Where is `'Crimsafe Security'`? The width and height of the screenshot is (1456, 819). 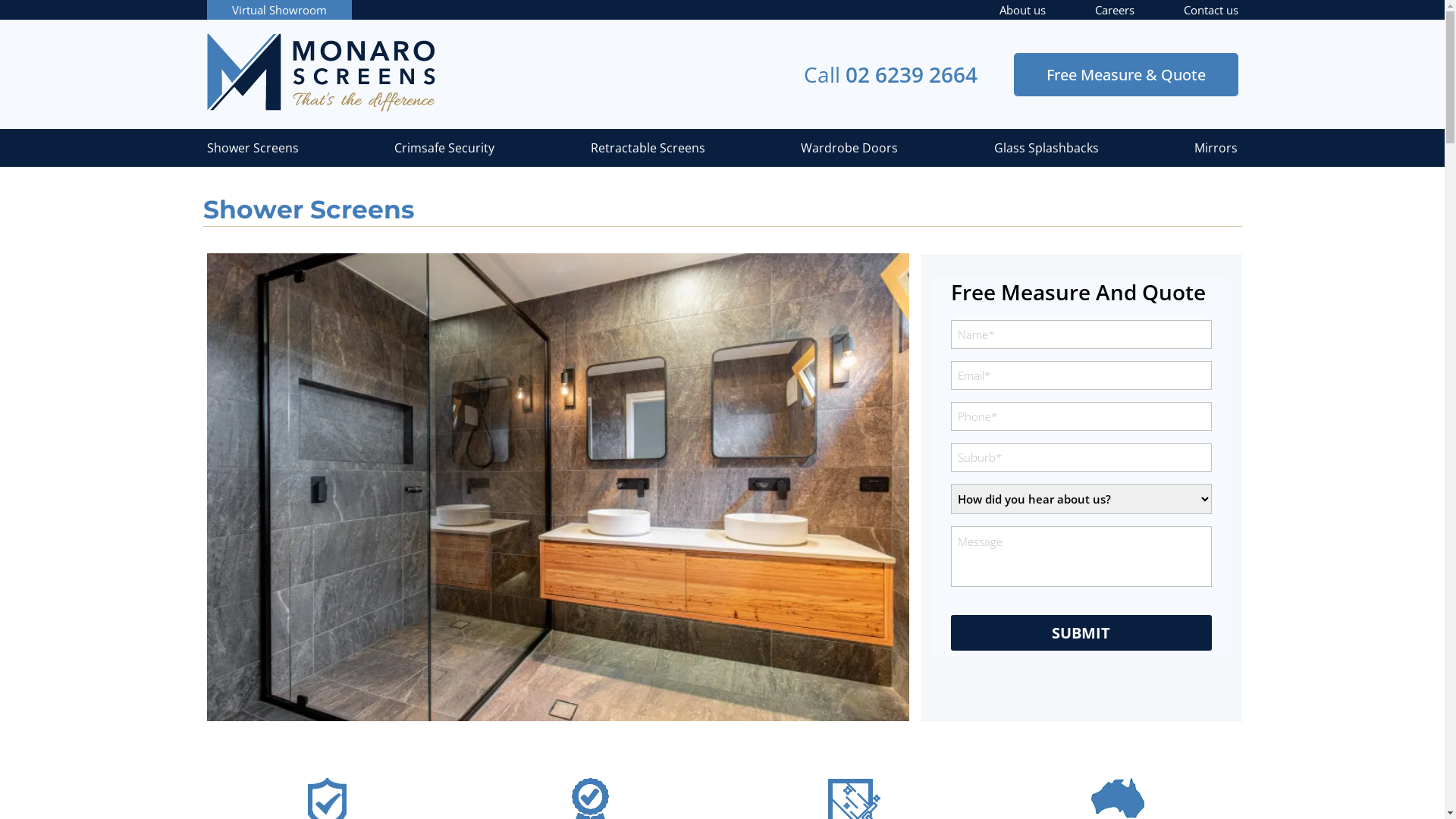 'Crimsafe Security' is located at coordinates (443, 148).